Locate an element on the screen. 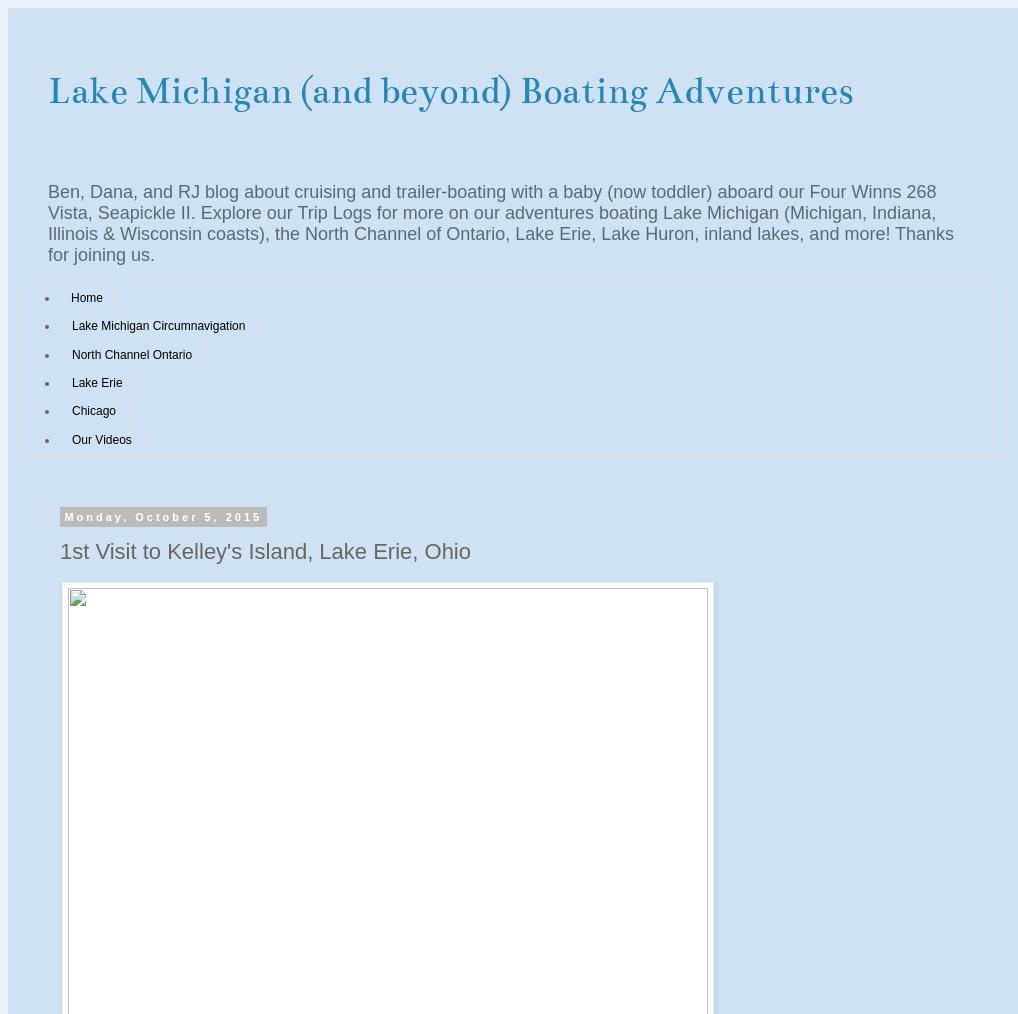 The height and width of the screenshot is (1014, 1018). '1st Visit to Kelley's Island, Lake Erie, Ohio' is located at coordinates (265, 550).